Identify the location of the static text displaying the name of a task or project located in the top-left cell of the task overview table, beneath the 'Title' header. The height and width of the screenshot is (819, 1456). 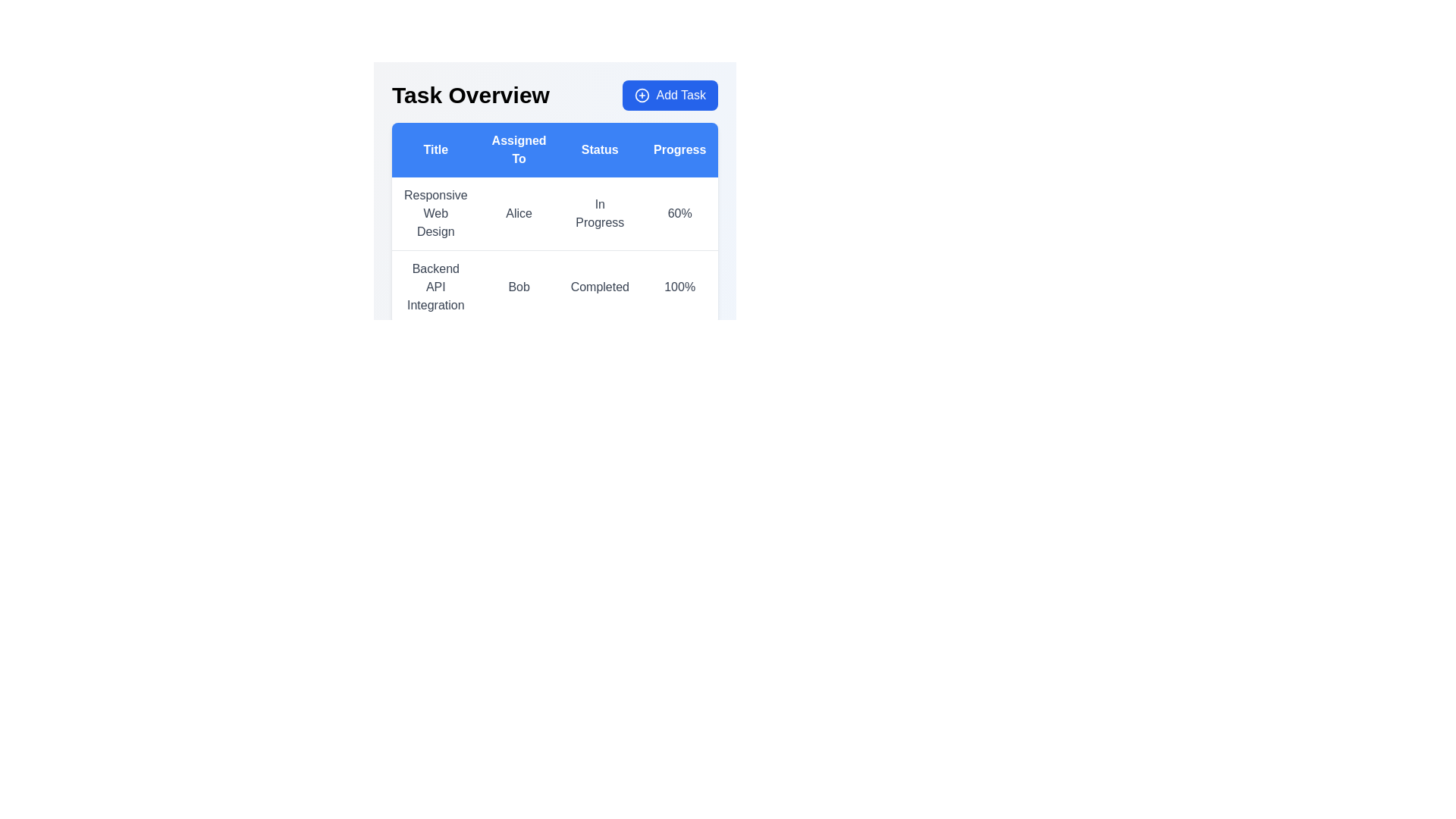
(435, 214).